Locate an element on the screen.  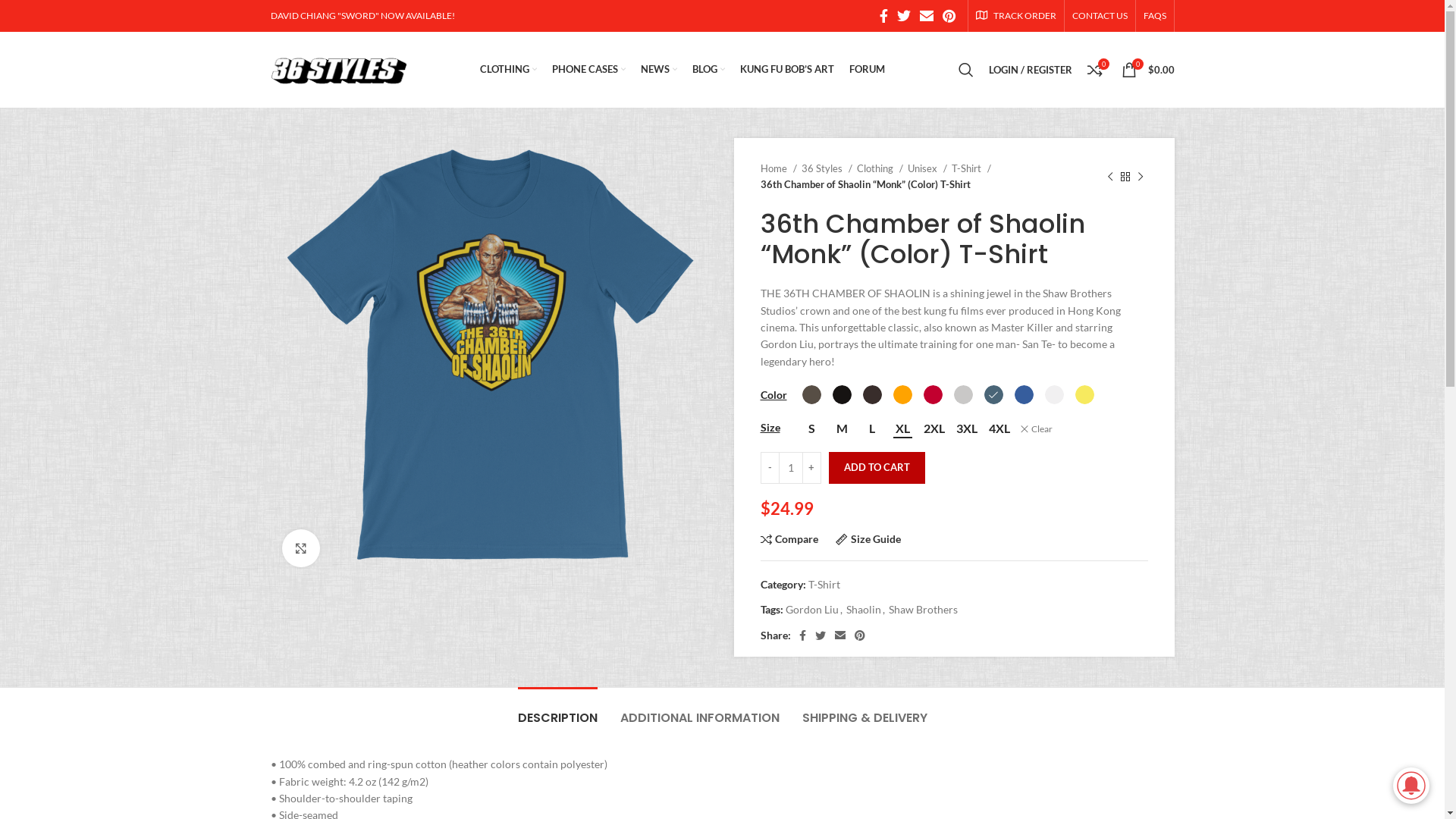
'FORUM' is located at coordinates (867, 70).